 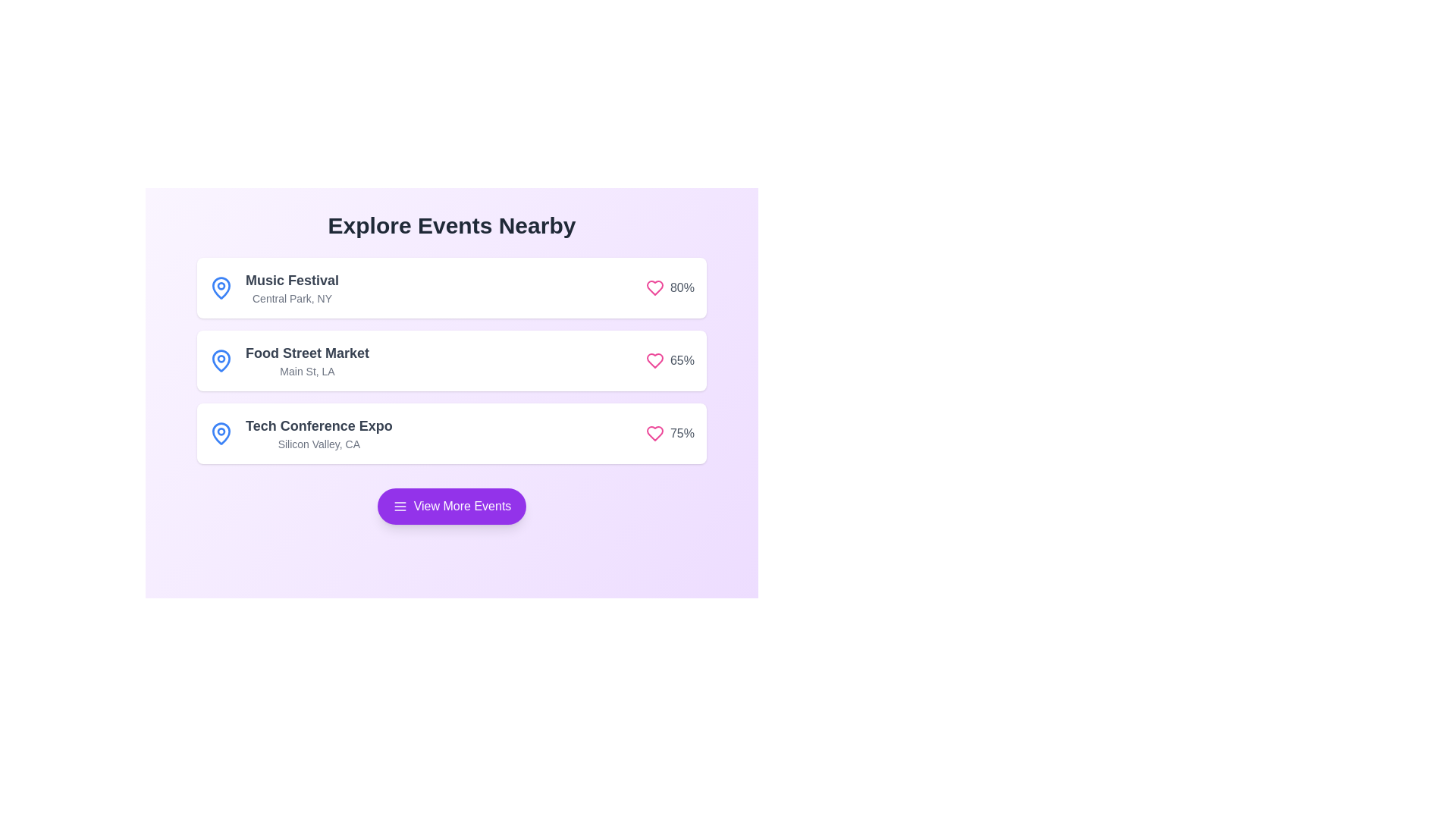 What do you see at coordinates (221, 433) in the screenshot?
I see `the icon representing the geographical focus of the 'Tech Conference Expo' event, located at the top-left of the 'Tech Conference Expo' block adjacent to its title` at bounding box center [221, 433].